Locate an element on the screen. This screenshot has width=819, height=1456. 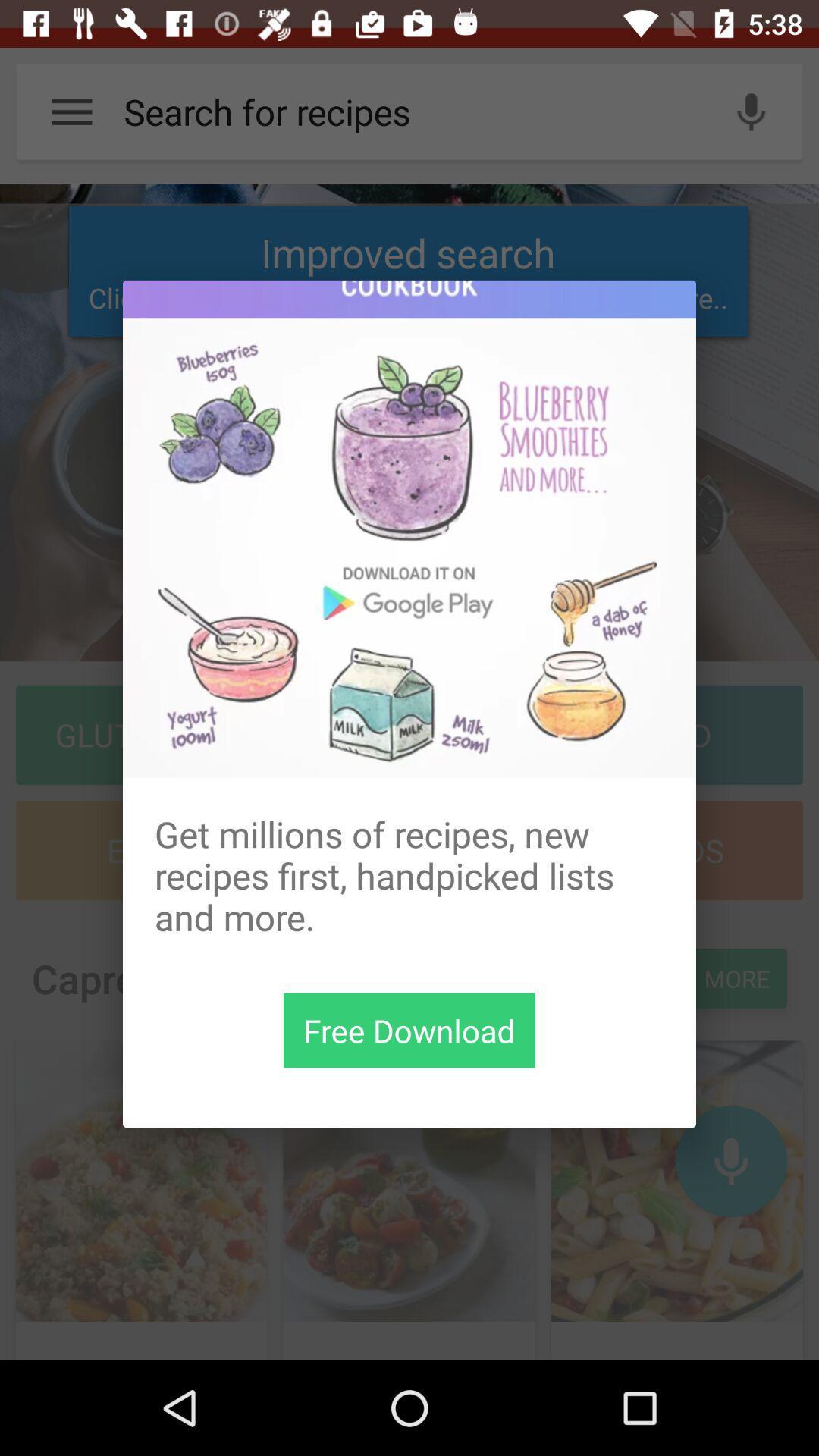
the item below get millions of is located at coordinates (409, 1030).